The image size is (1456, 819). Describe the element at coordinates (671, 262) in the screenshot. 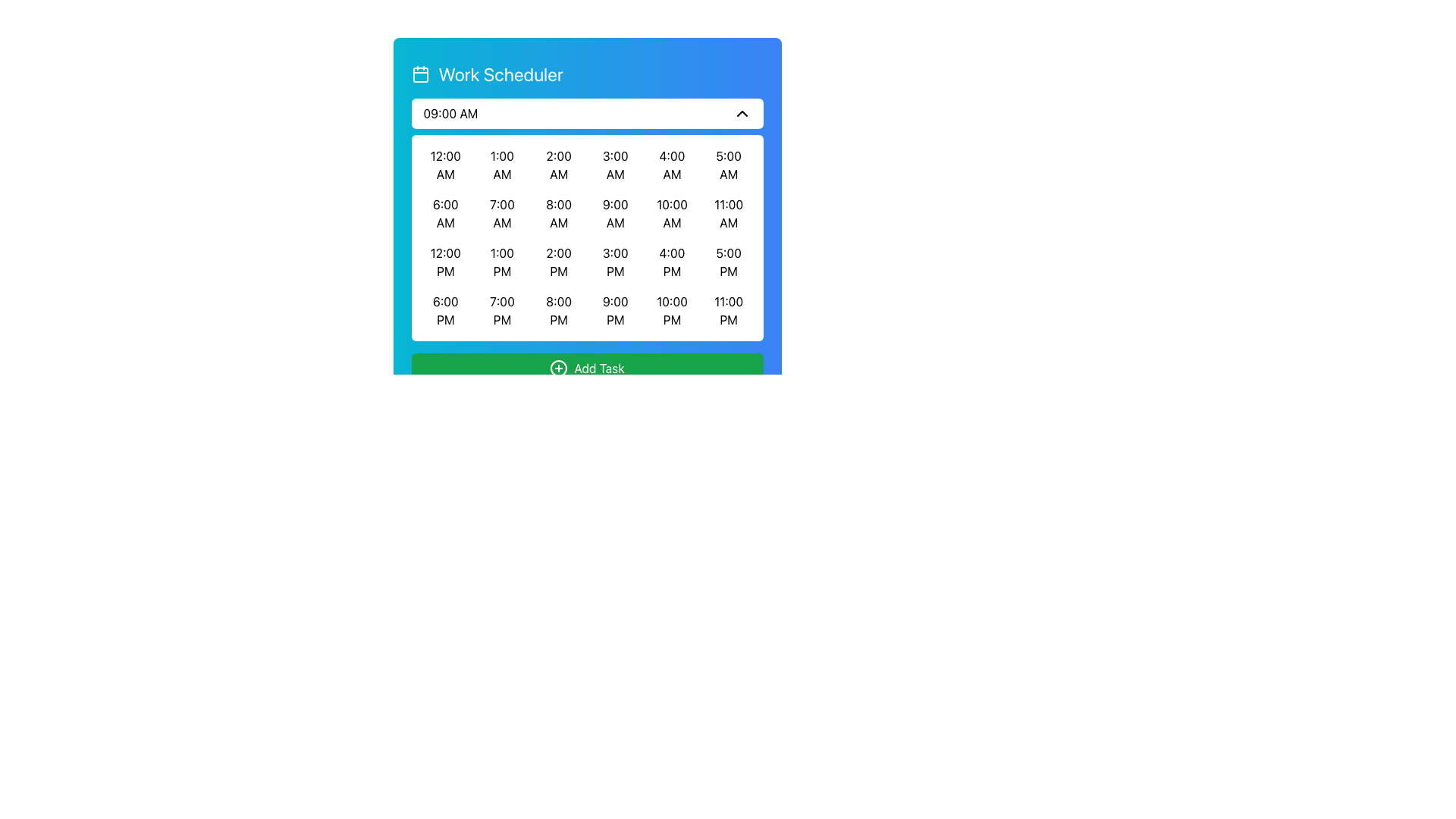

I see `the small, rounded rectangular button displaying '4:00 PM' in black` at that location.